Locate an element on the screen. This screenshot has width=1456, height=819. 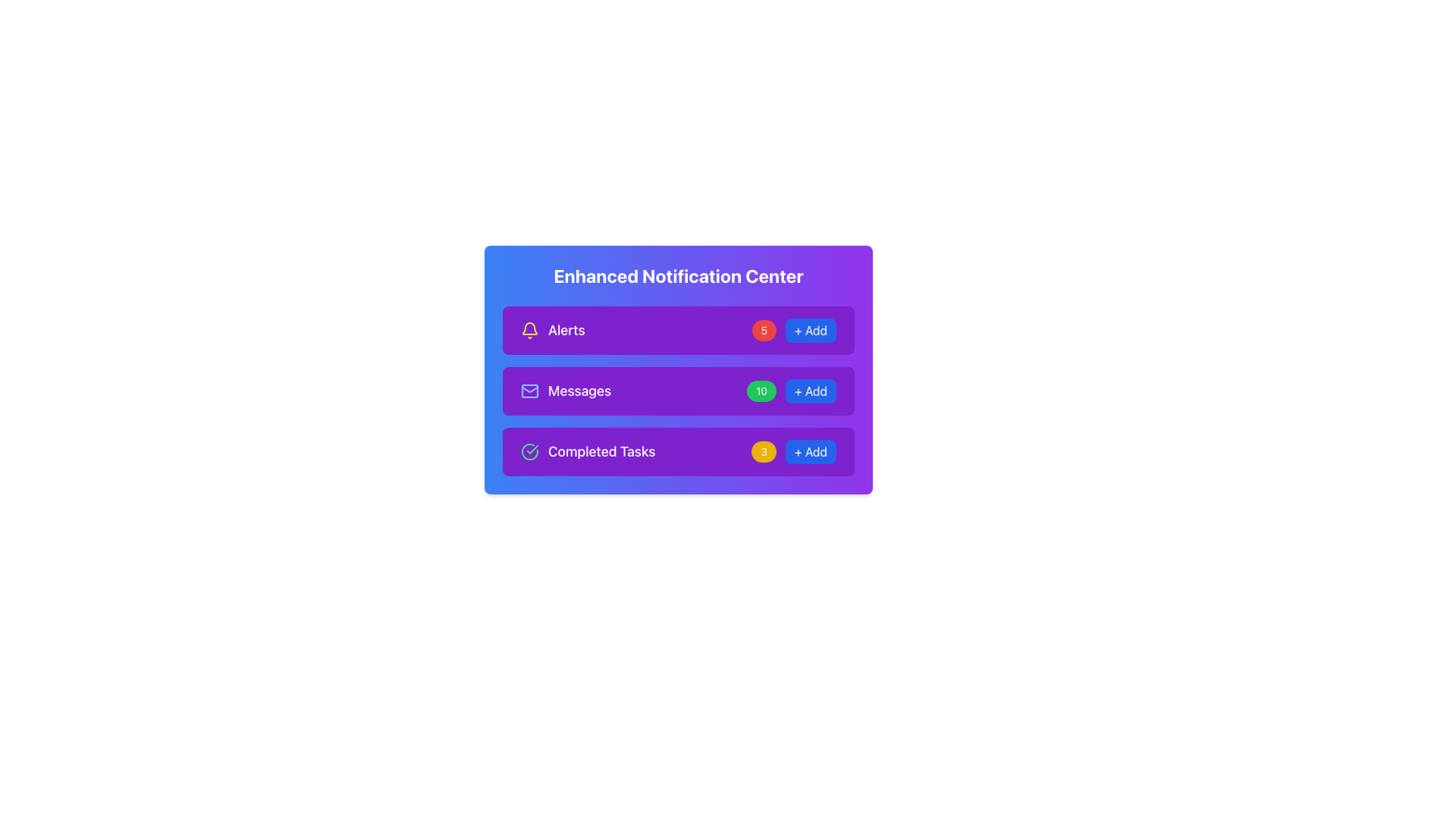
the blue button labeled '+ Add' located in the 'Enhanced Notification Center' card is located at coordinates (810, 329).